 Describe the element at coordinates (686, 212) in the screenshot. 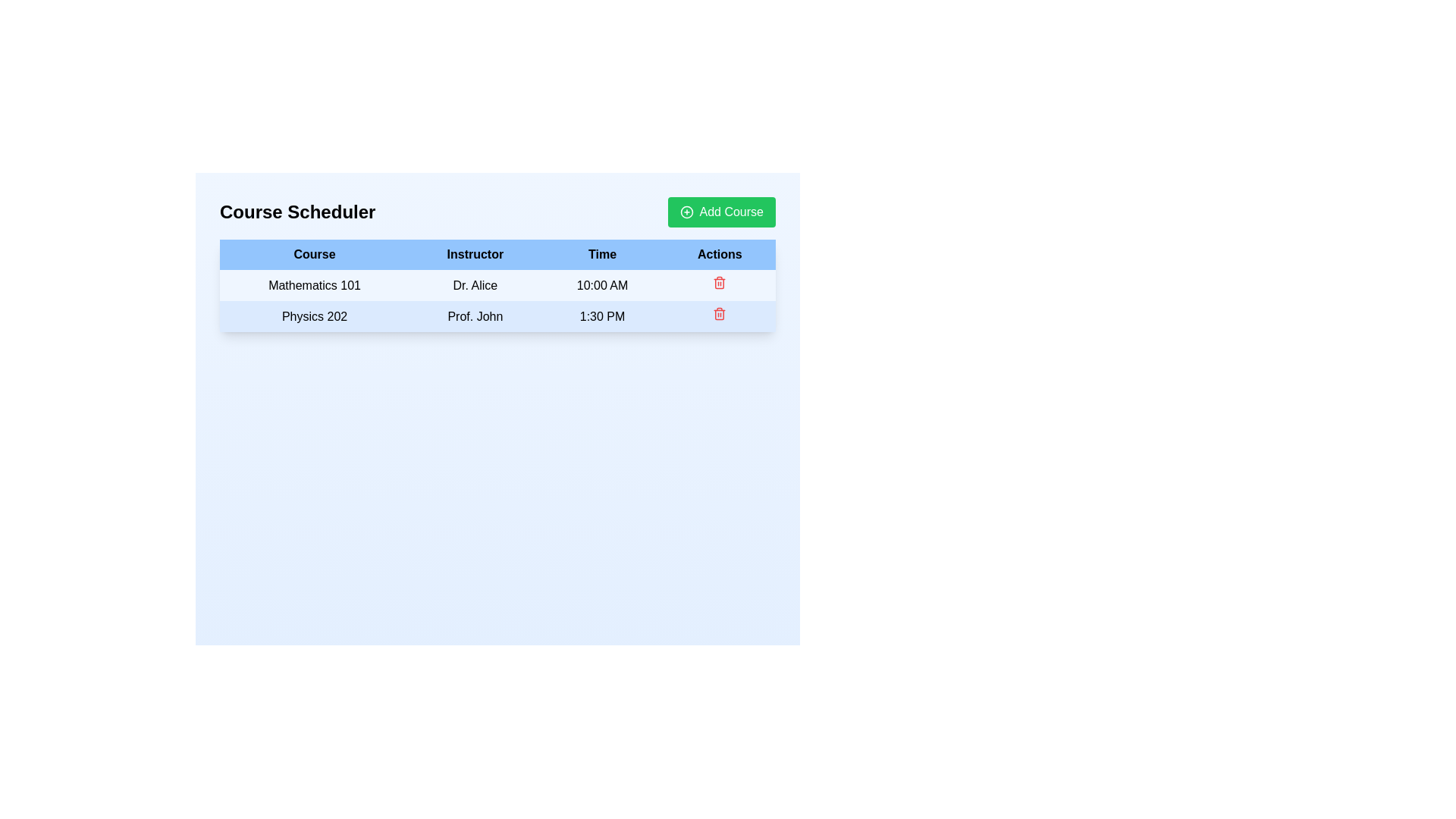

I see `the circular outline icon associated with the Add Course button, located to the left of it` at that location.